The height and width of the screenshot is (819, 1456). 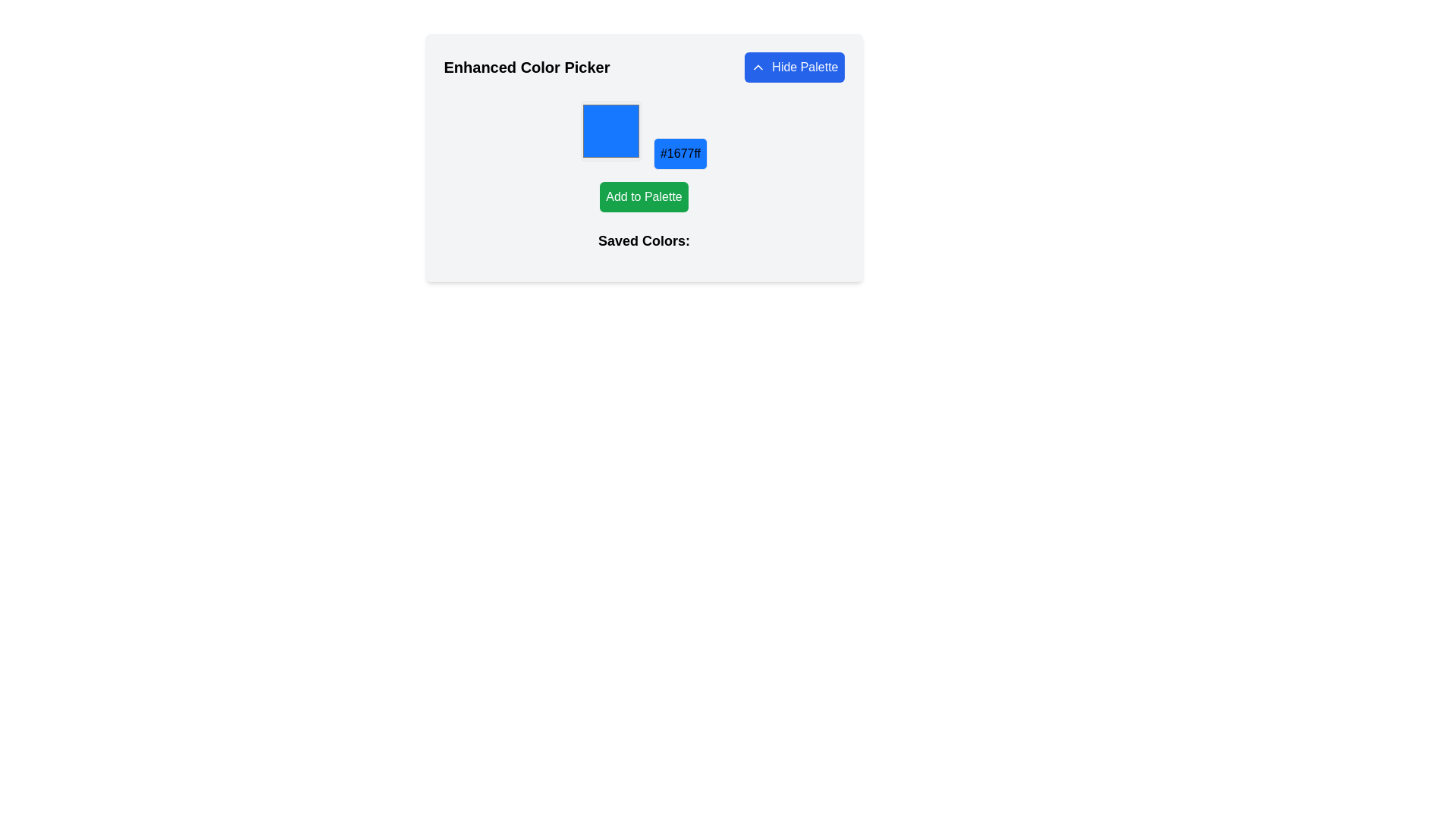 I want to click on the chevron icon located at the left side of the 'Hide Palette' button in the top right corner of the interface, so click(x=758, y=66).